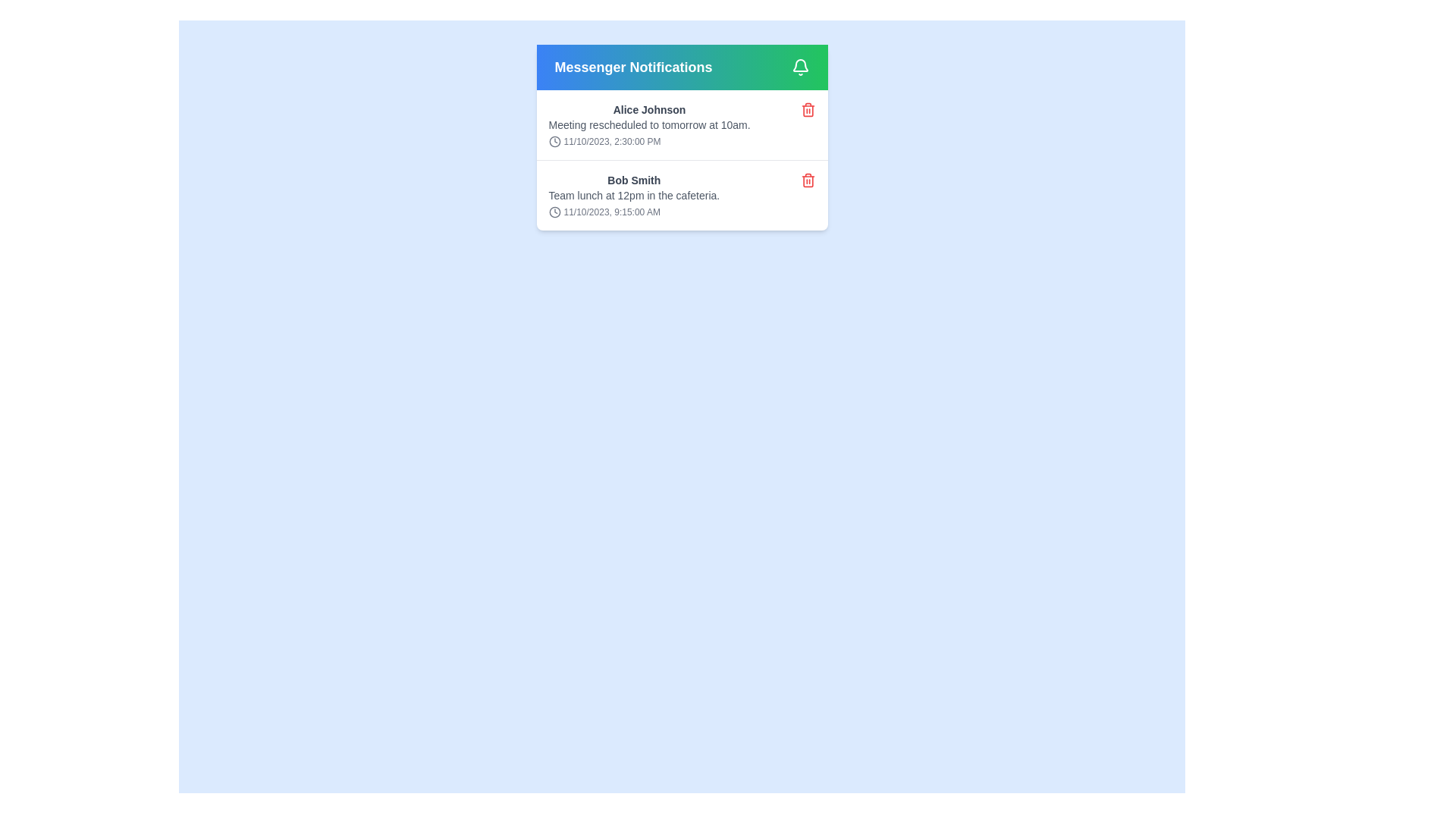  Describe the element at coordinates (634, 180) in the screenshot. I see `text from the Text Label that serves as the title for the notification, identifying the person associated with the message or event` at that location.